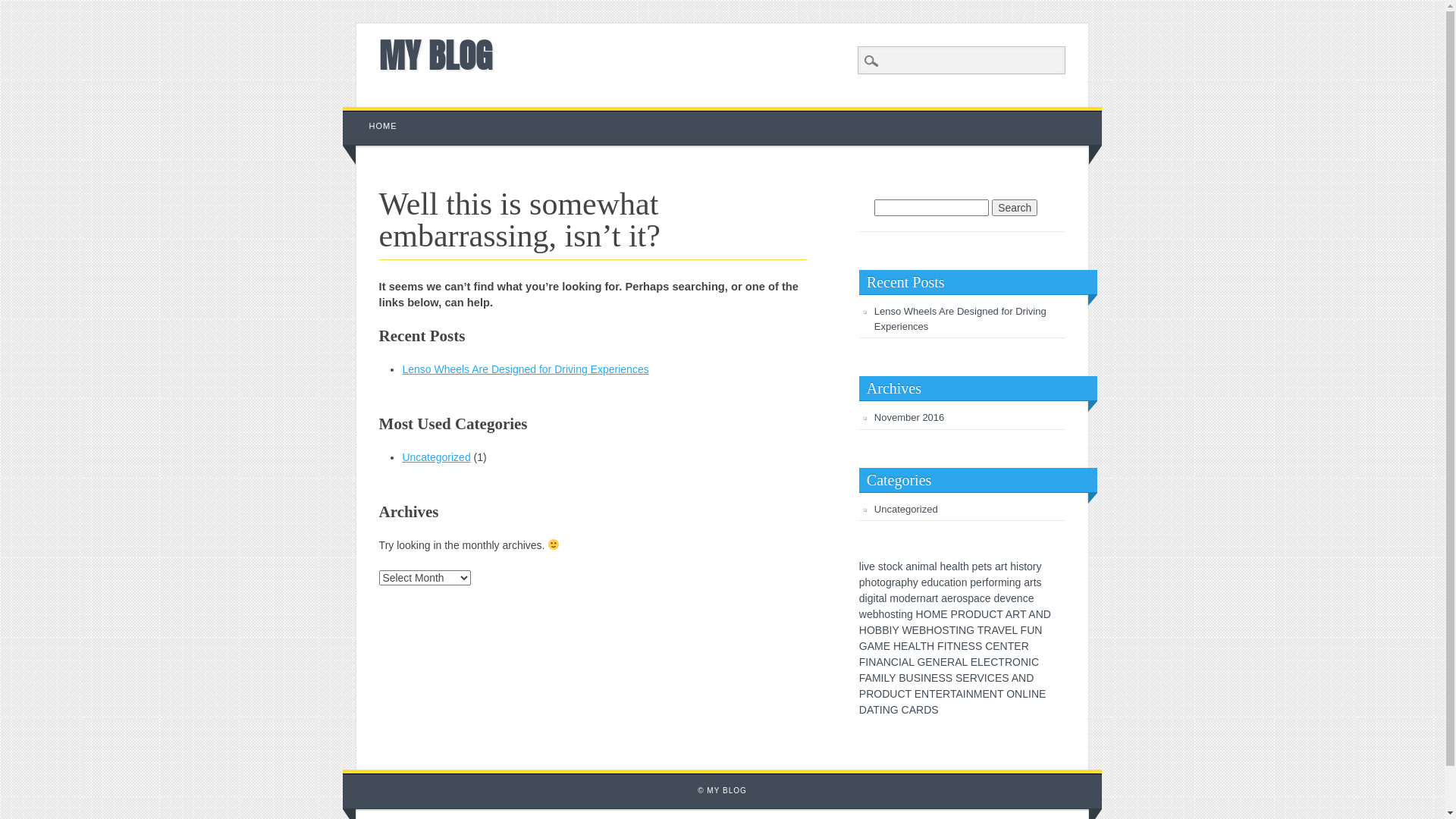 The image size is (1456, 819). Describe the element at coordinates (863, 646) in the screenshot. I see `'G'` at that location.